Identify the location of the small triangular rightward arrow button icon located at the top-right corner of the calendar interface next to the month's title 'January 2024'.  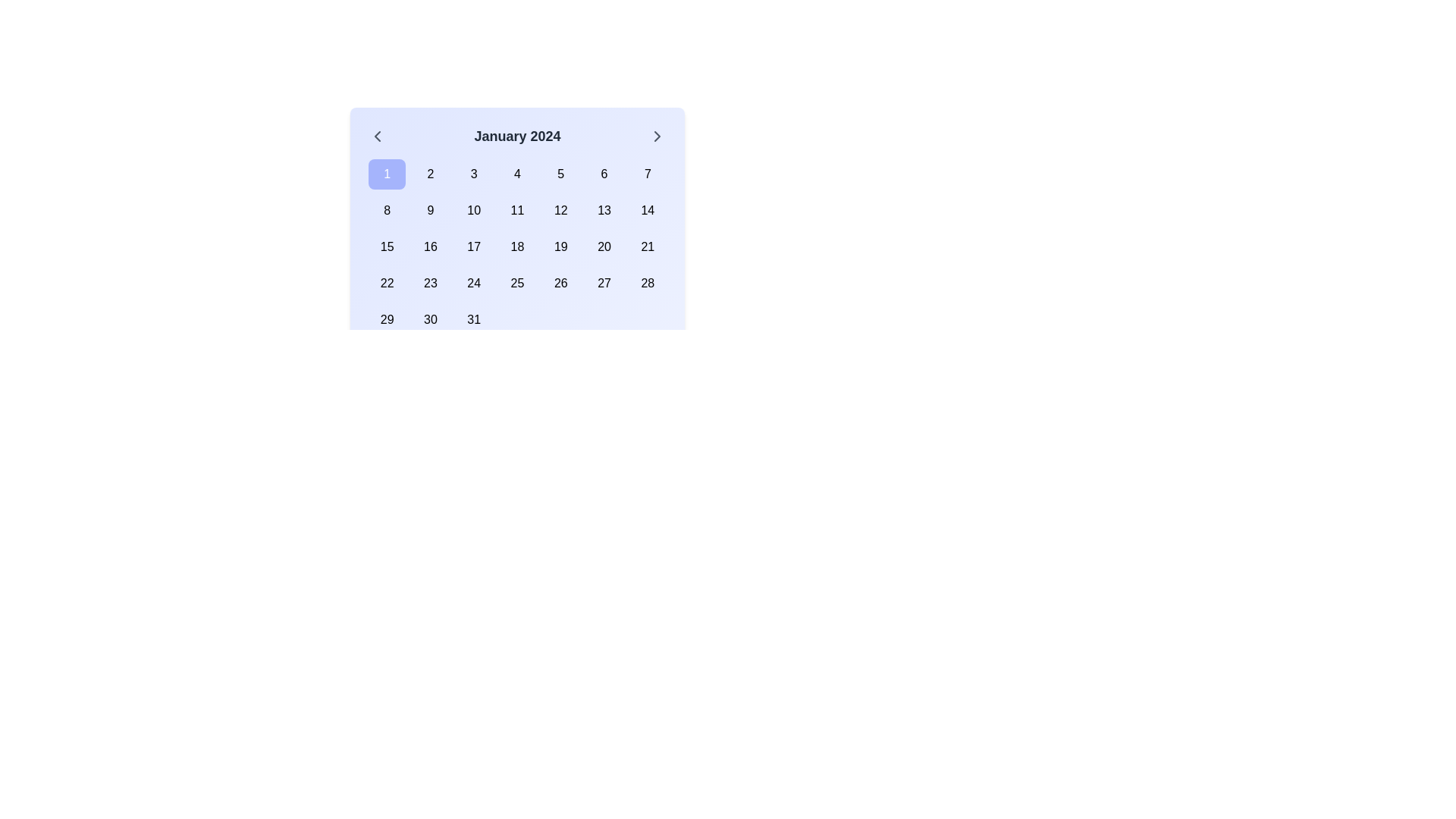
(657, 136).